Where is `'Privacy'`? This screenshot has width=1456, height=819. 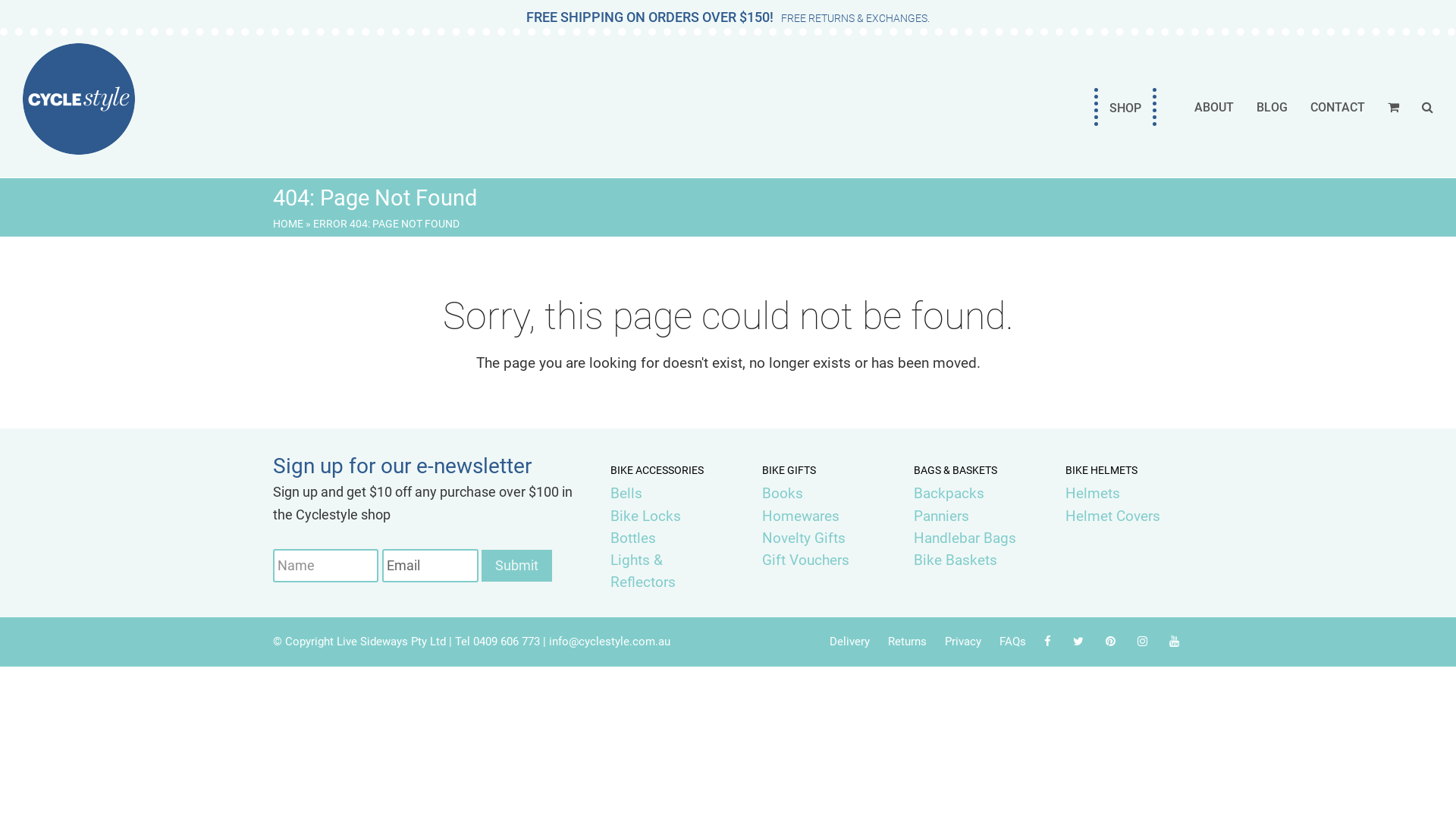
'Privacy' is located at coordinates (962, 641).